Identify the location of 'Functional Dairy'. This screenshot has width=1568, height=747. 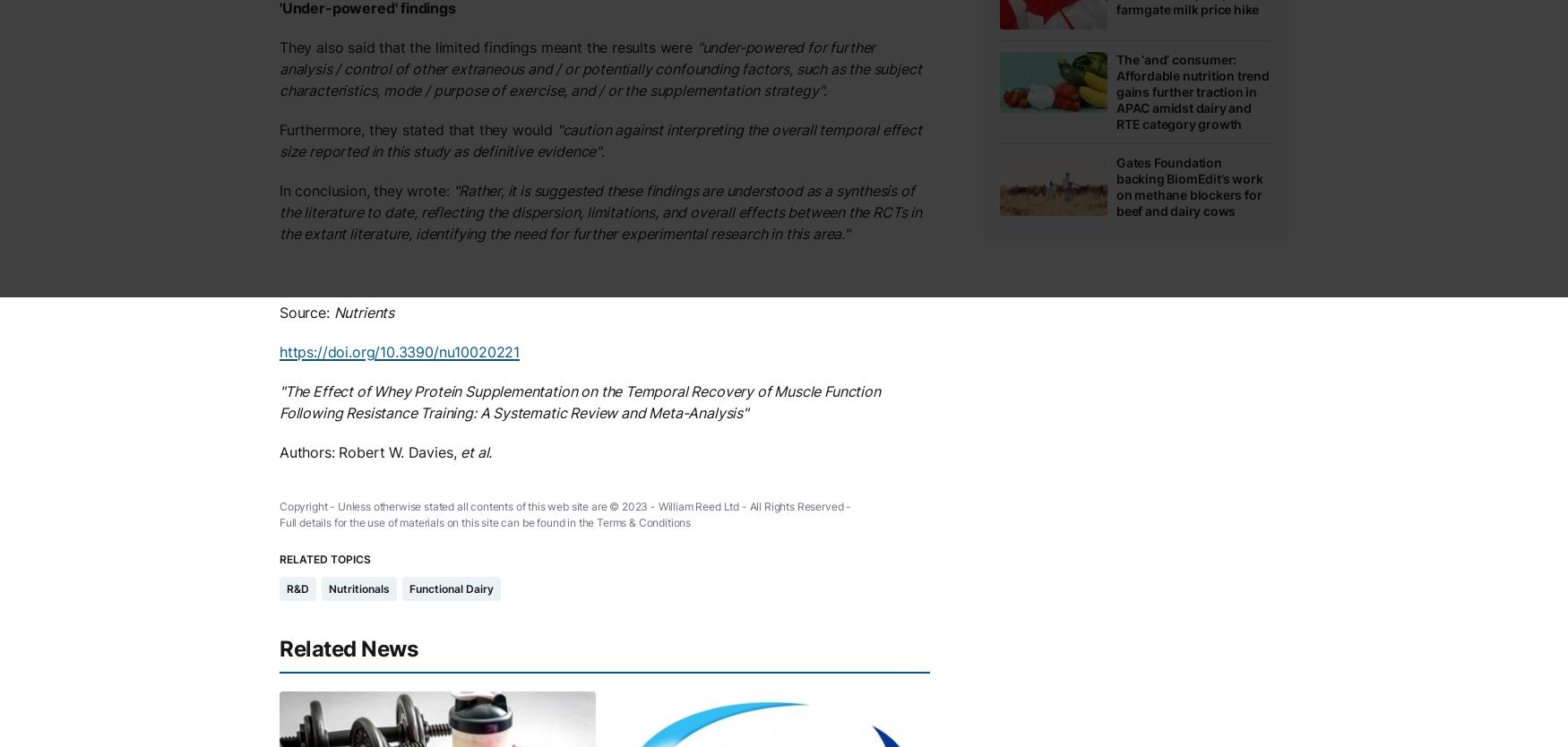
(450, 588).